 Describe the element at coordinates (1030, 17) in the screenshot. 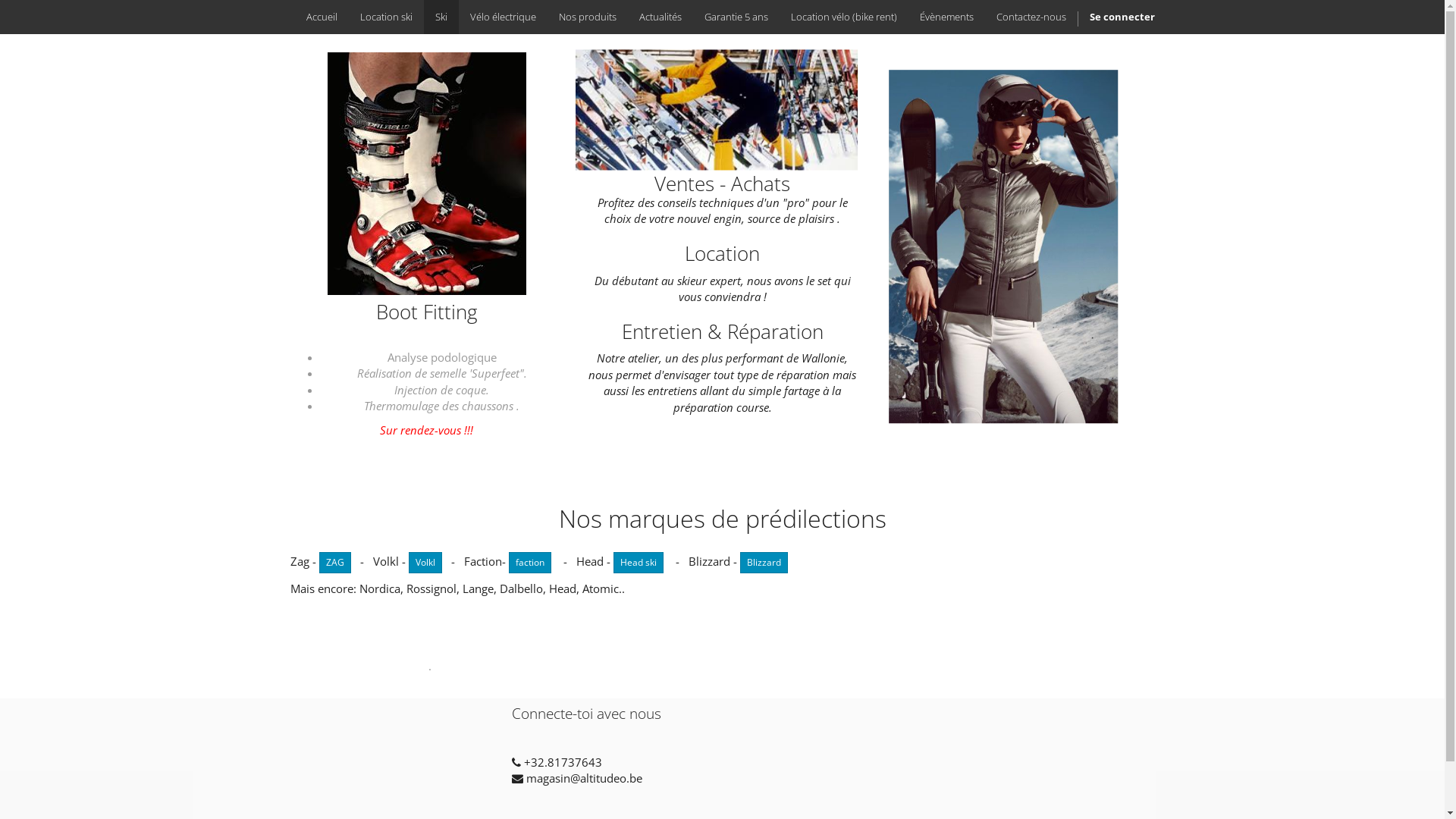

I see `'Contactez-nous'` at that location.